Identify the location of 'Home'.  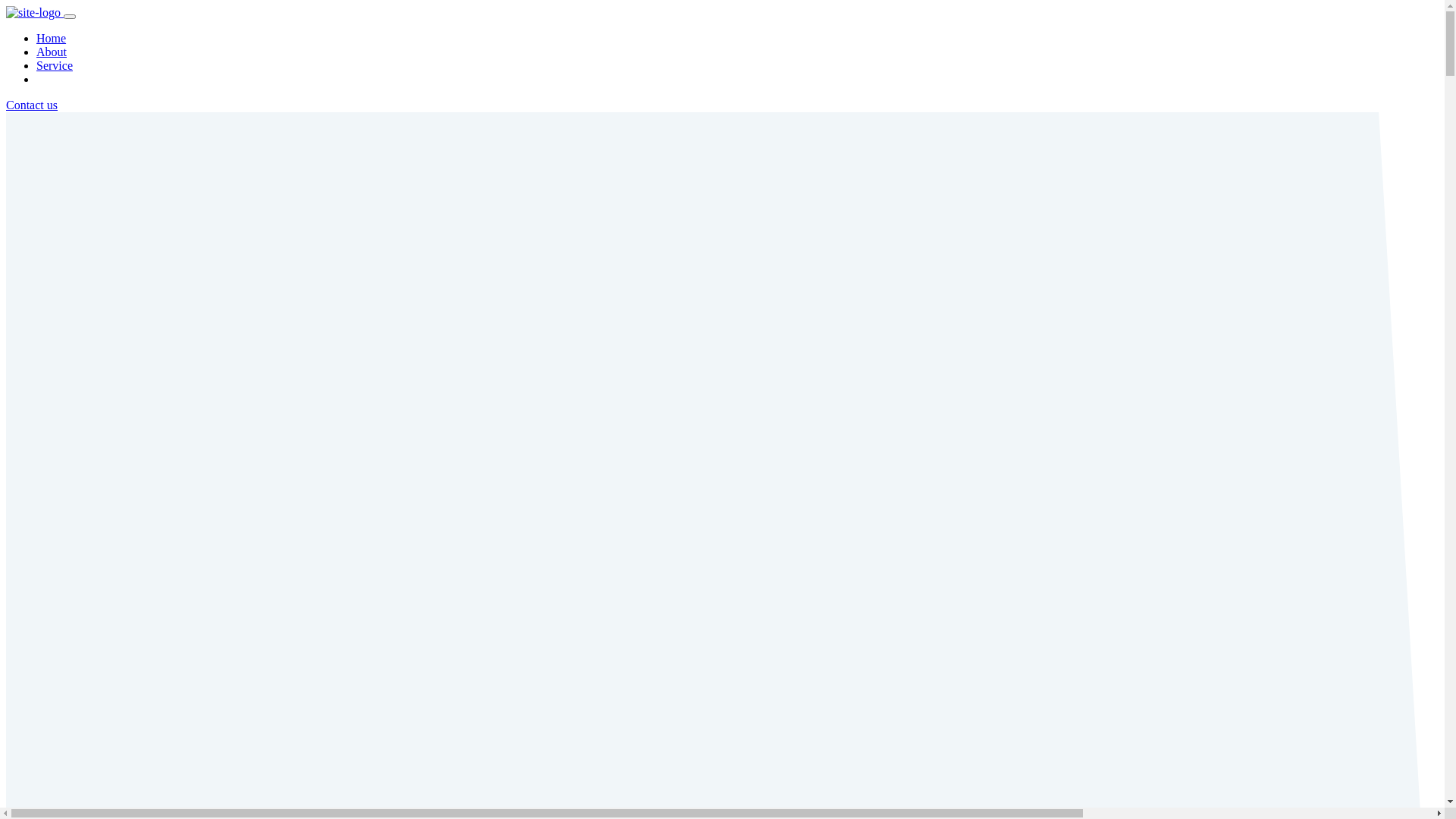
(51, 37).